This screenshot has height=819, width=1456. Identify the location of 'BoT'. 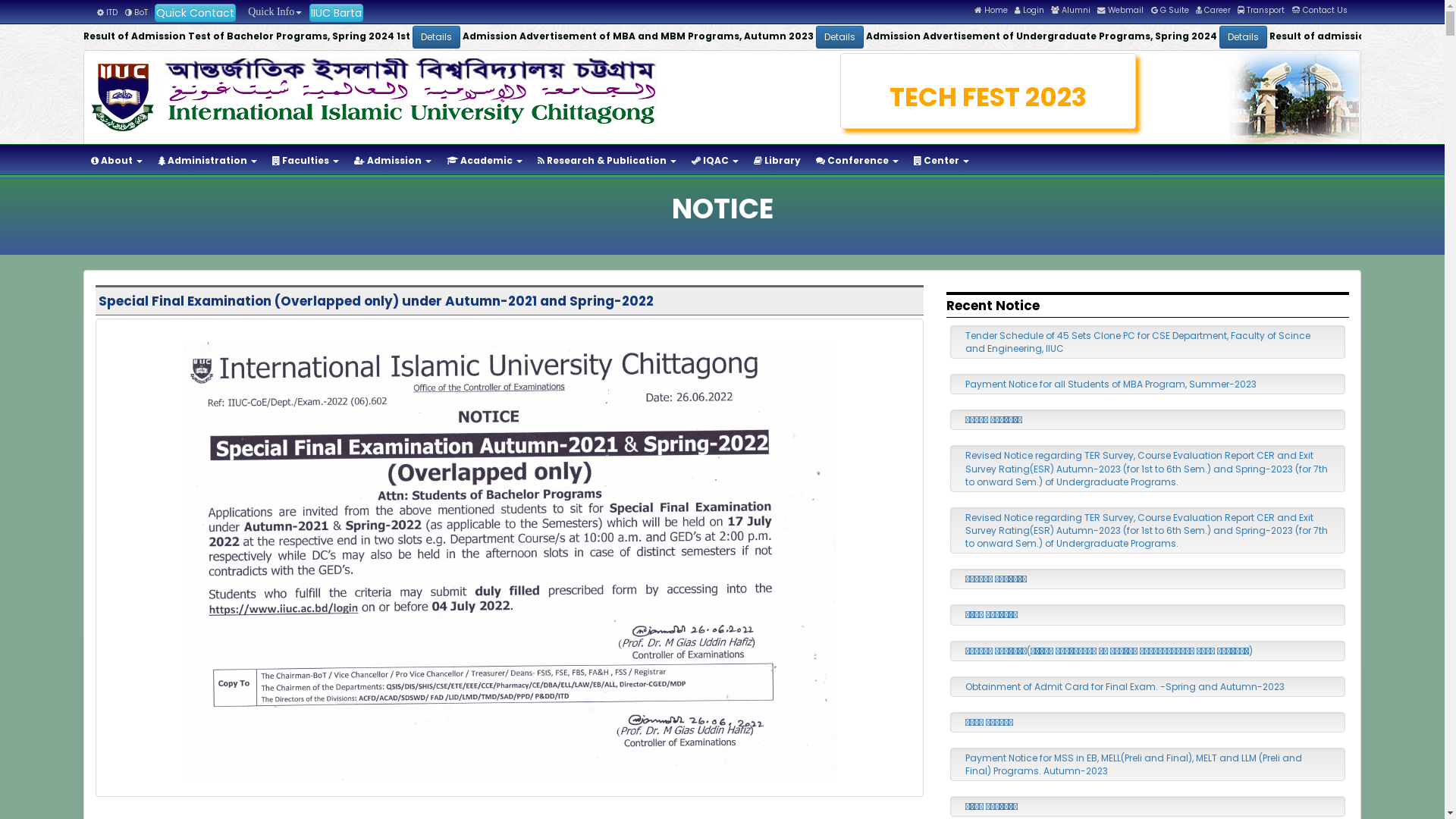
(136, 12).